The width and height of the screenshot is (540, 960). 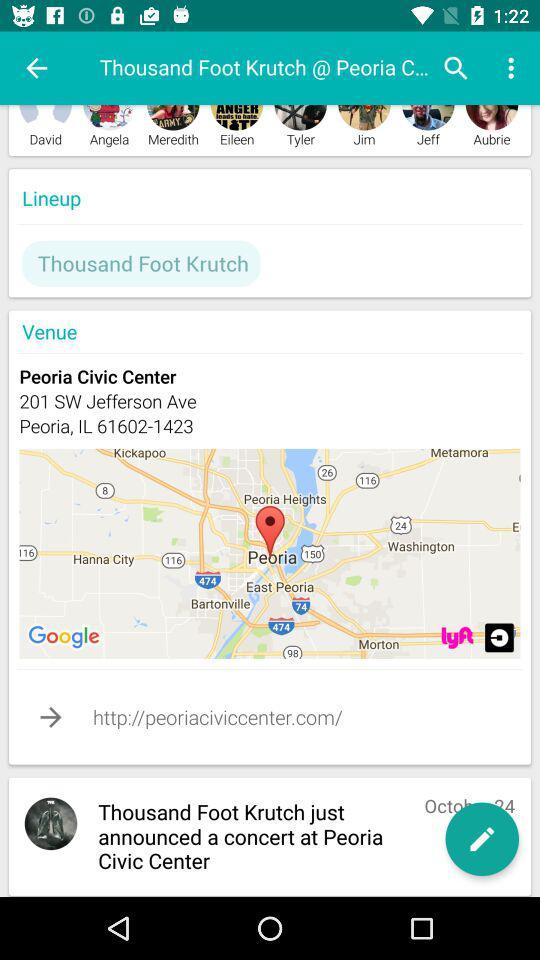 What do you see at coordinates (481, 839) in the screenshot?
I see `edit` at bounding box center [481, 839].